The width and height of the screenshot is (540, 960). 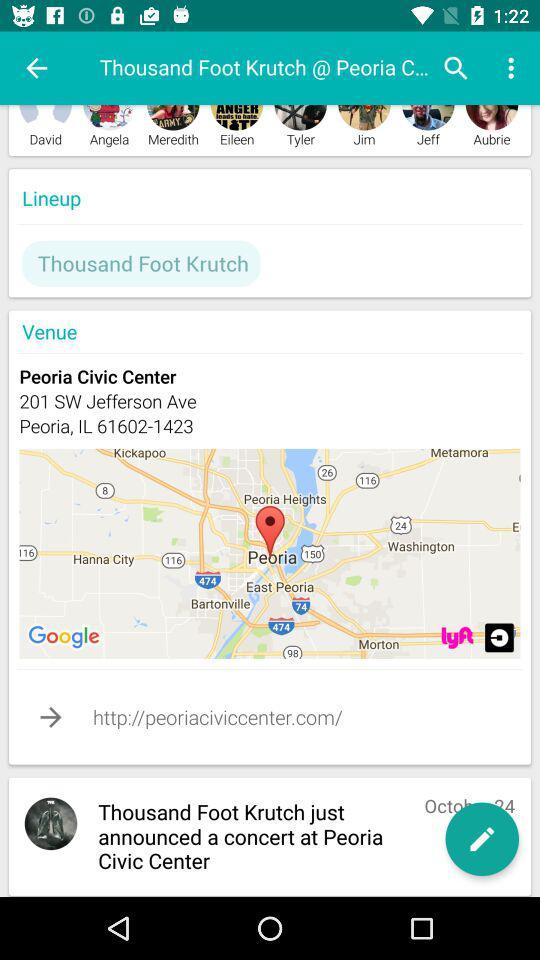 What do you see at coordinates (481, 839) in the screenshot?
I see `edit` at bounding box center [481, 839].